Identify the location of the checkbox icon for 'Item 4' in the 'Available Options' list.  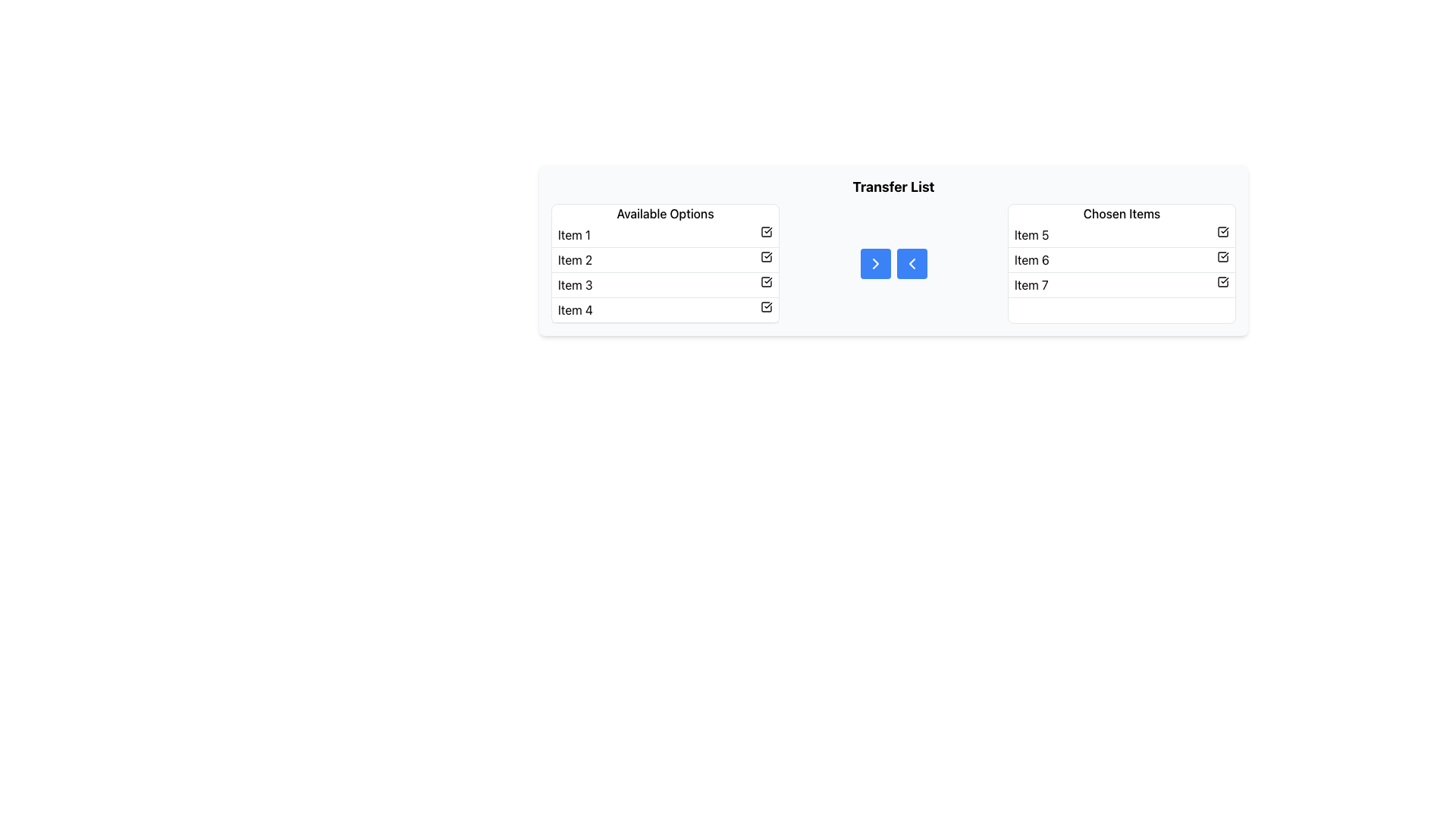
(767, 307).